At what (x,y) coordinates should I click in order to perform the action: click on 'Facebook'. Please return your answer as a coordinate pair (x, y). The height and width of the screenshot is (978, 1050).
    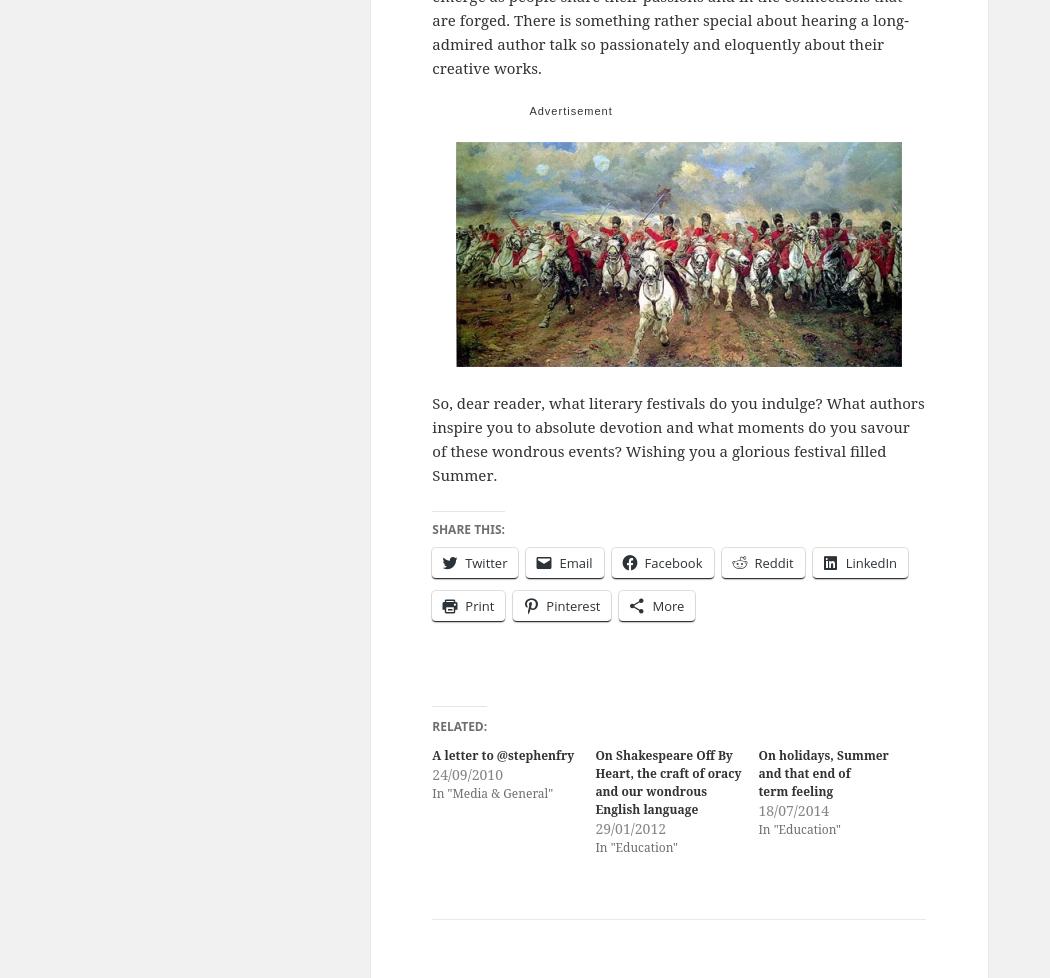
    Looking at the image, I should click on (672, 561).